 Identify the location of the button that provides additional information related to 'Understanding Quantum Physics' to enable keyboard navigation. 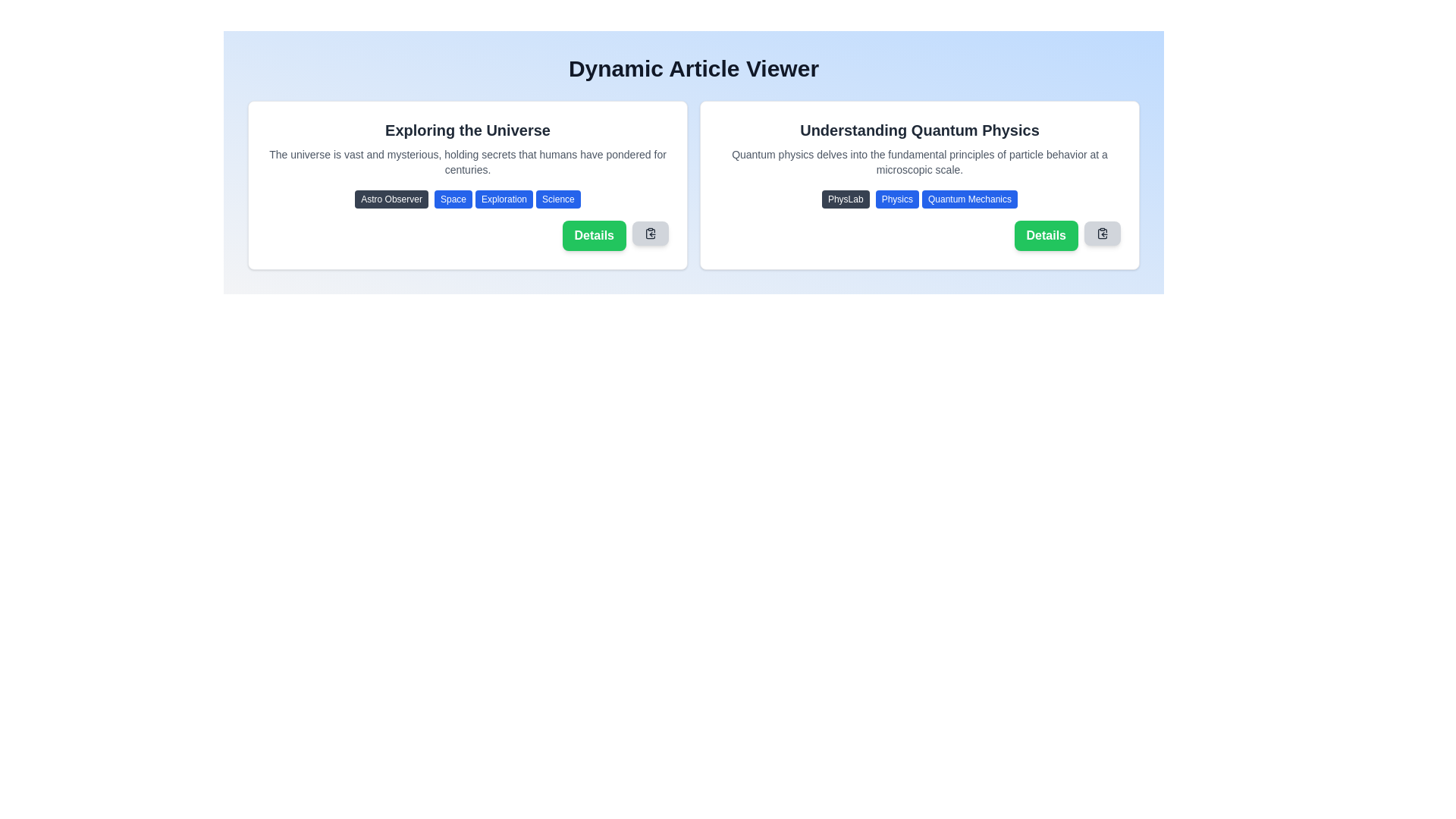
(1045, 236).